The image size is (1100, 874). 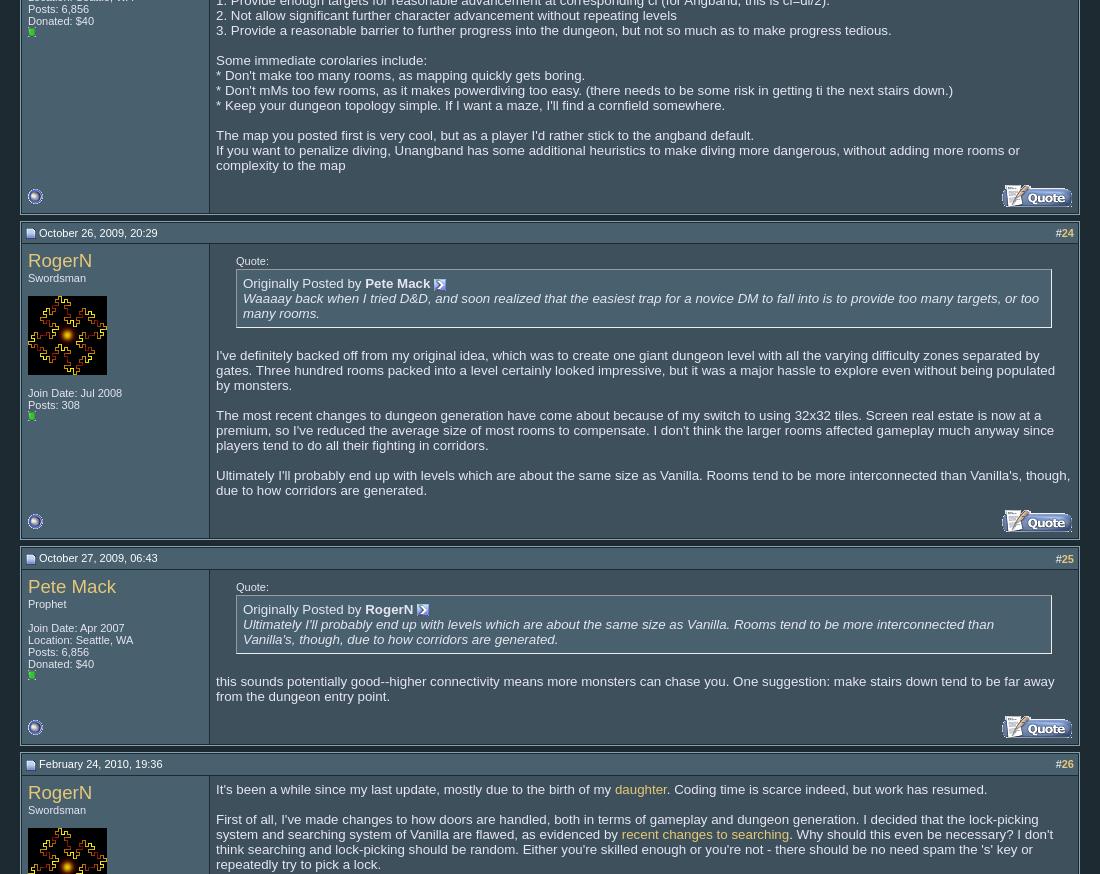 What do you see at coordinates (216, 787) in the screenshot?
I see `'It's been a while since my last update, mostly due to the birth of my'` at bounding box center [216, 787].